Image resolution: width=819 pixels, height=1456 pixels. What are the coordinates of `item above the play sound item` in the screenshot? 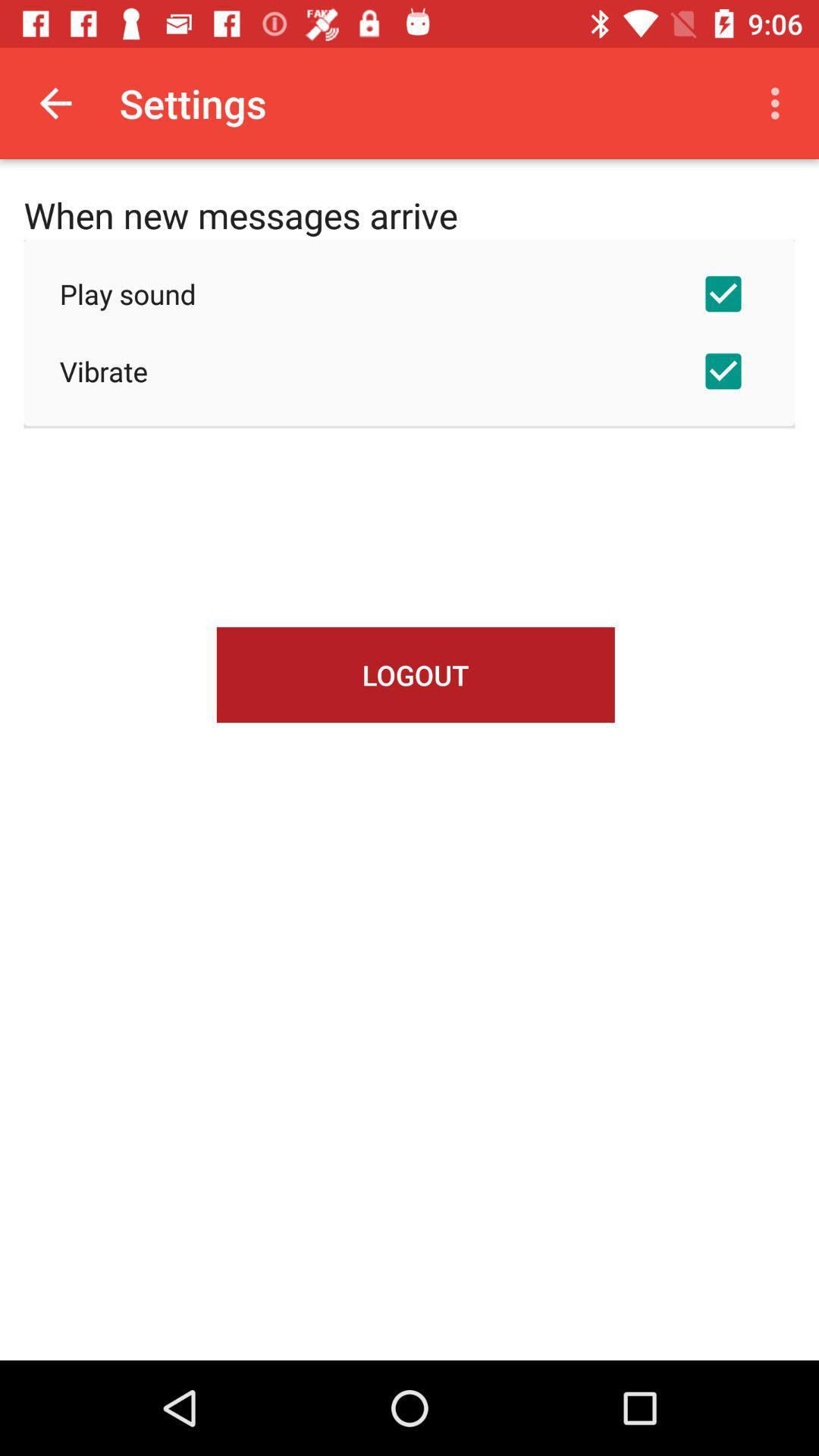 It's located at (779, 102).